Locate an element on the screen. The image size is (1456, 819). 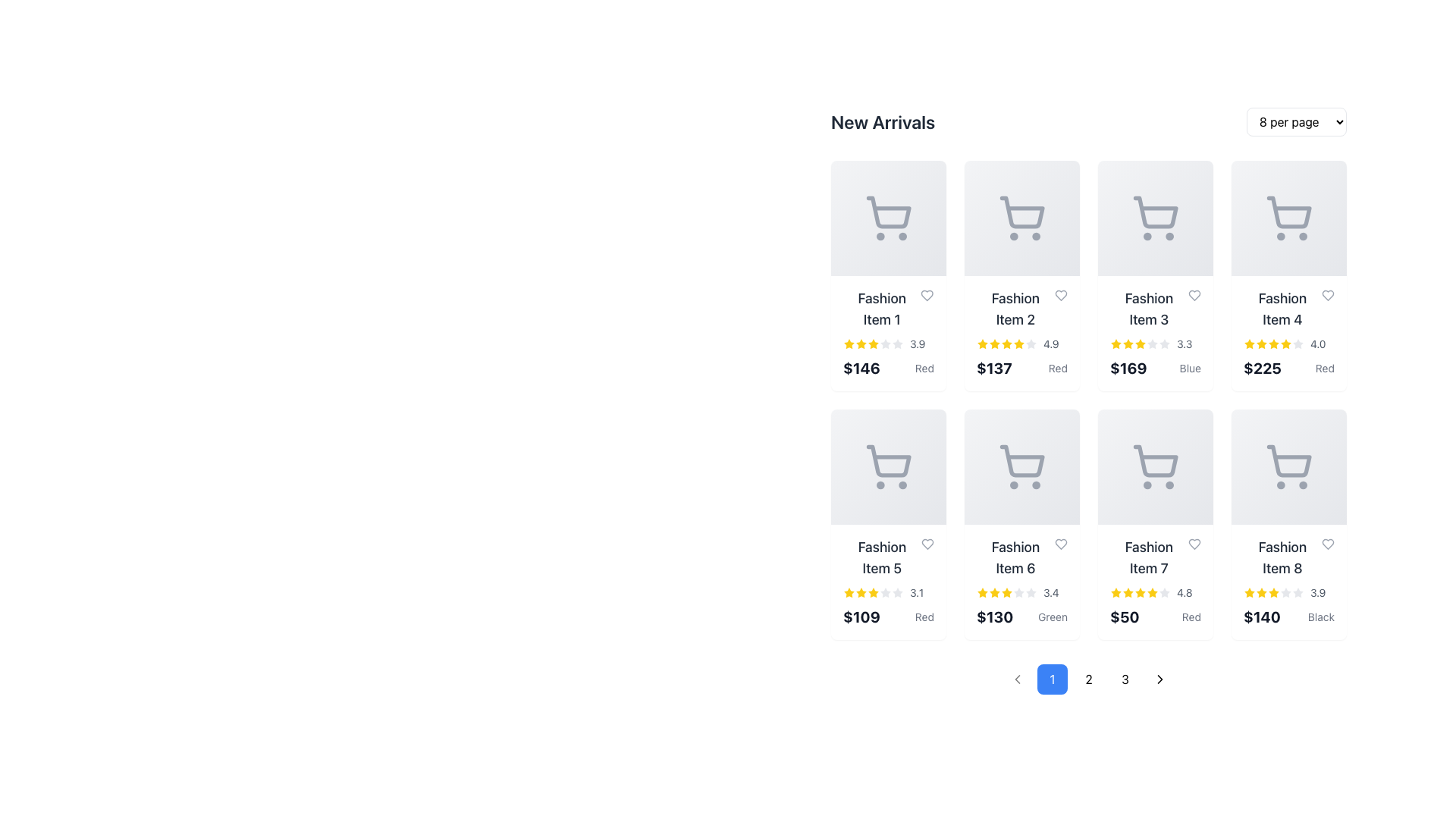
the Information card with a gray shopping cart icon, displaying 'Fashion Item 8', a yellow star rating of 3.9, and a price of $140 is located at coordinates (1288, 523).